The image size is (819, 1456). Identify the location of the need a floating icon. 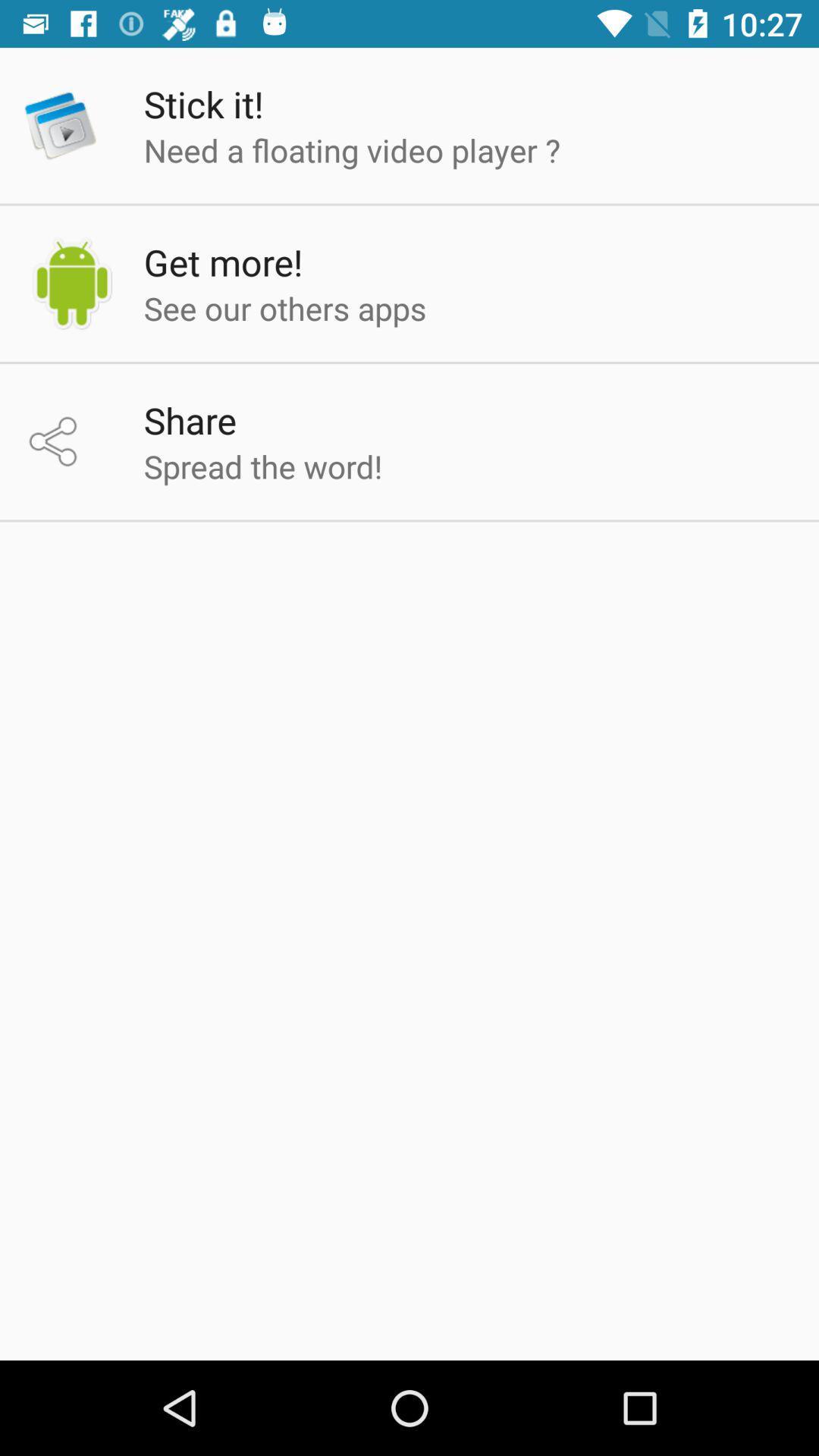
(352, 149).